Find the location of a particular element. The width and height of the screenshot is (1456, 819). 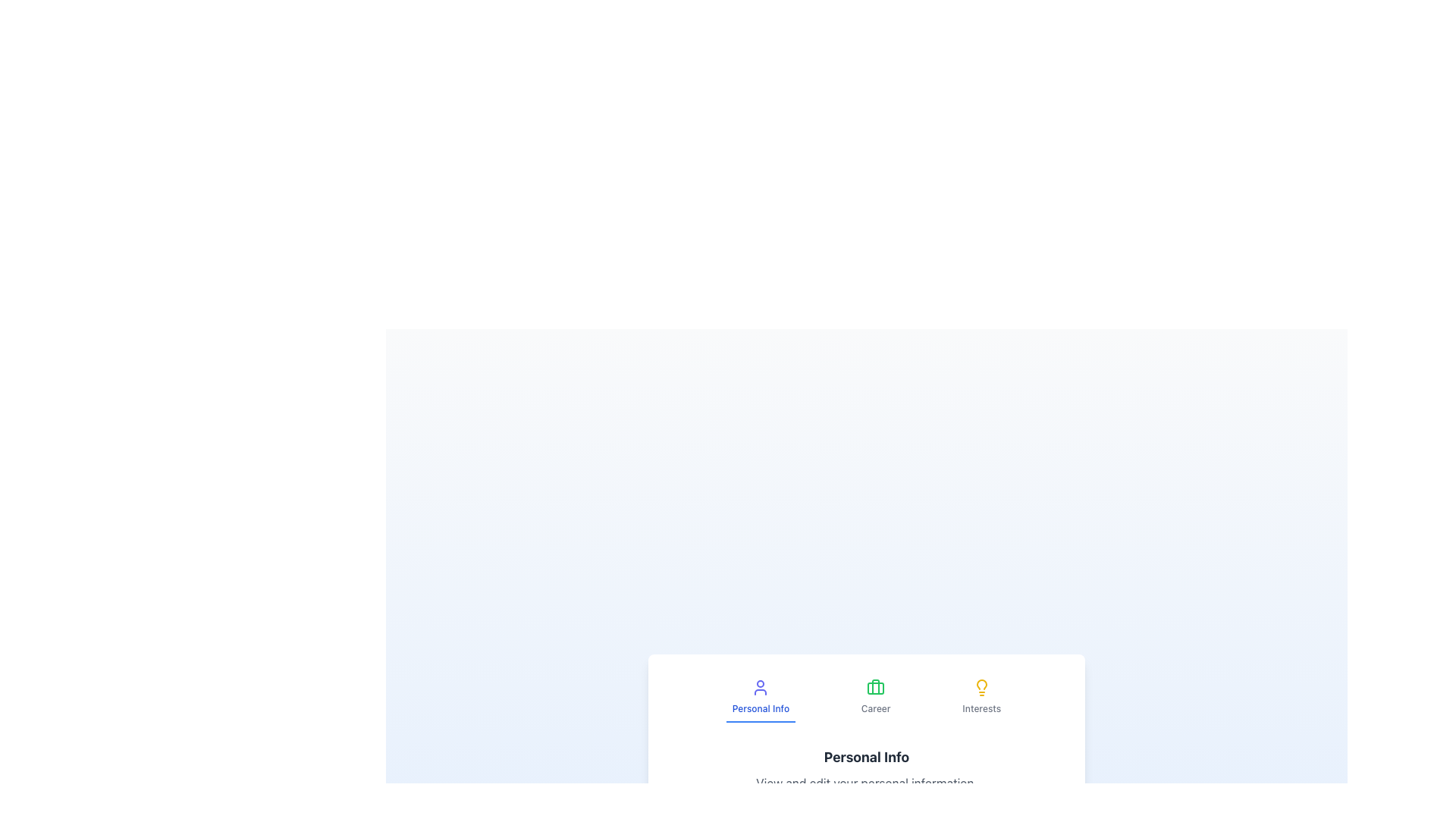

the small green outlined briefcase icon located above the 'Career' text is located at coordinates (876, 687).